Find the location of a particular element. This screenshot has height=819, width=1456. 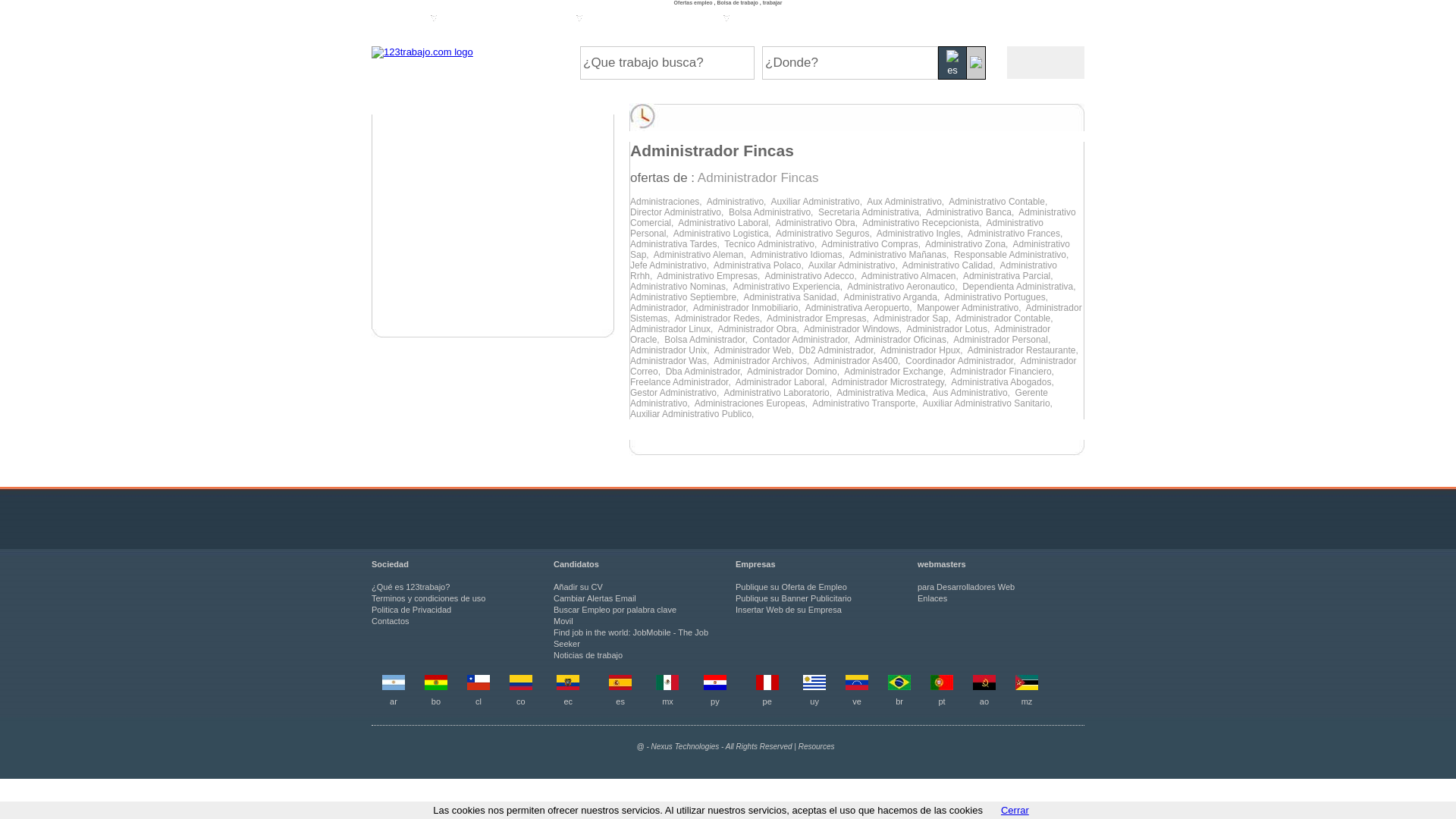

'Administrador Restaurante, ' is located at coordinates (1024, 350).